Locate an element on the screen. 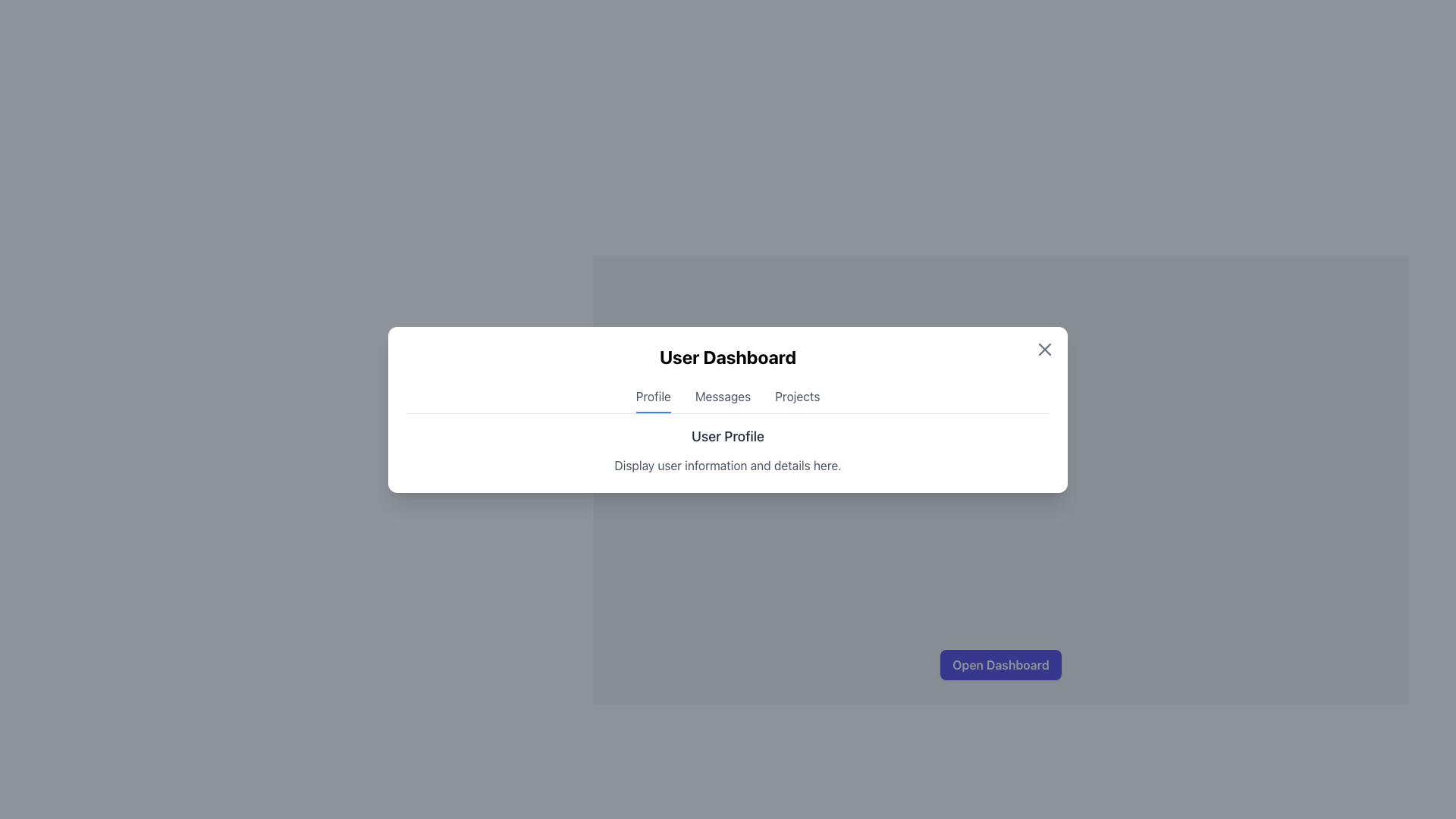 The width and height of the screenshot is (1456, 819). the second navigation link in the horizontal navigation bar, located between 'Profile' and 'Projects' is located at coordinates (722, 399).